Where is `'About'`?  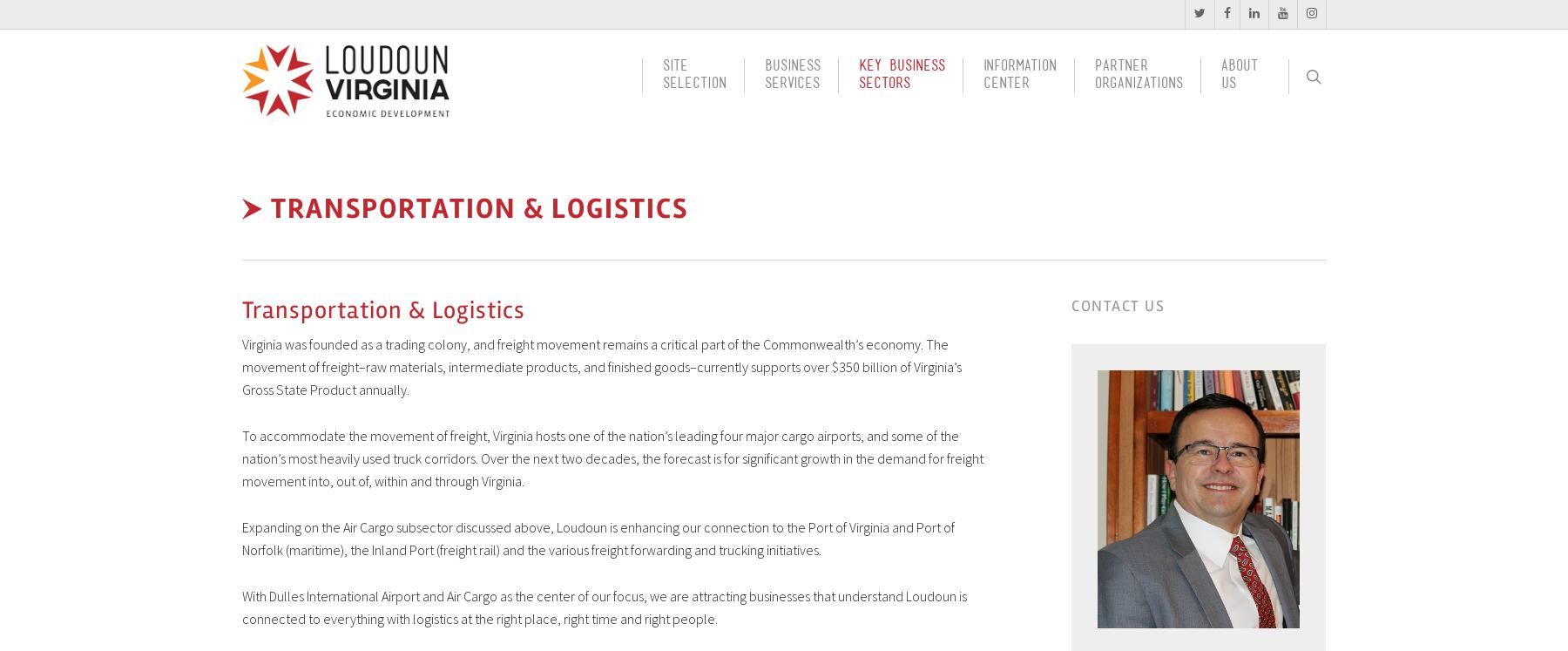 'About' is located at coordinates (1238, 69).